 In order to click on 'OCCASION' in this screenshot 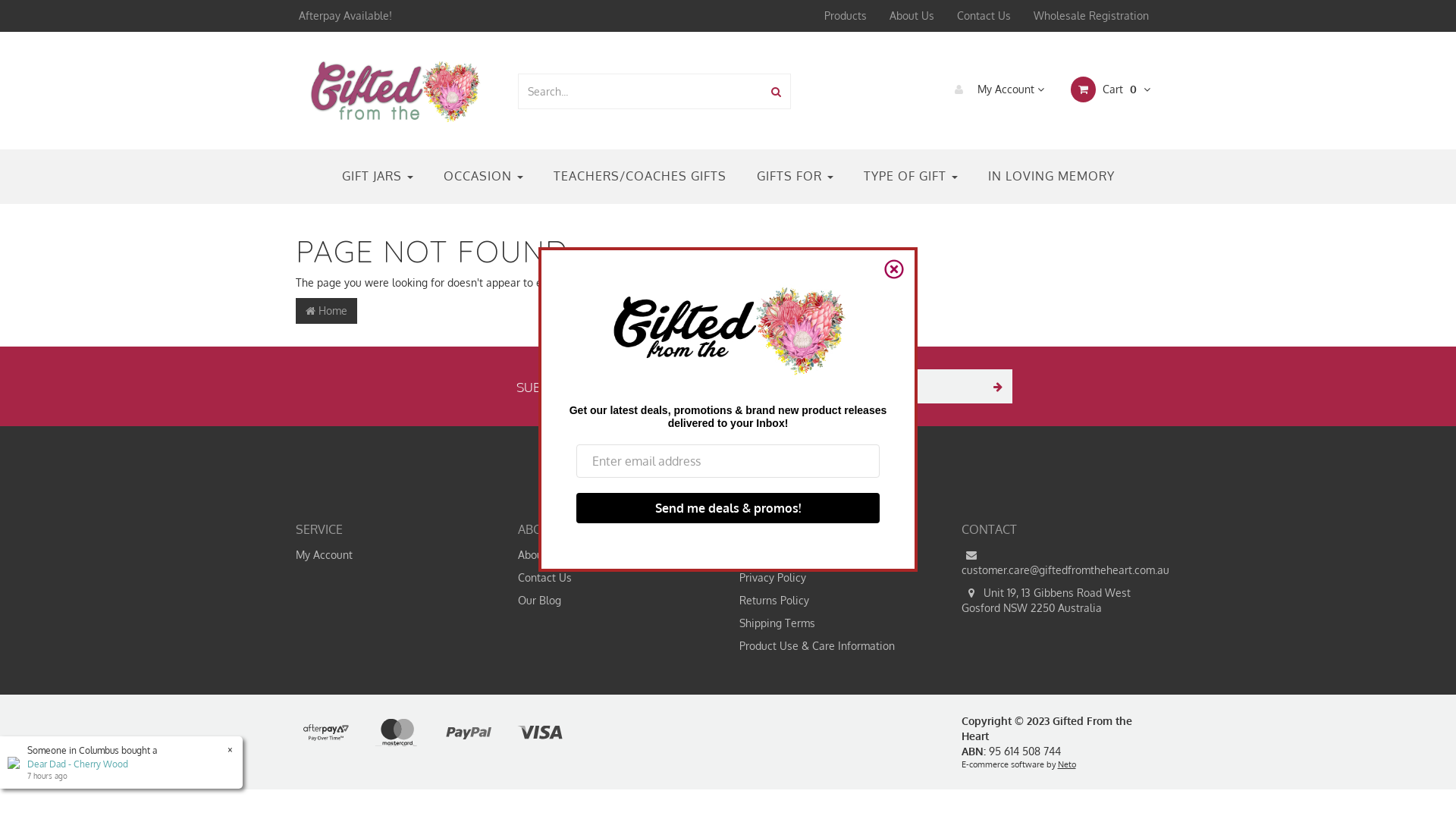, I will do `click(482, 175)`.